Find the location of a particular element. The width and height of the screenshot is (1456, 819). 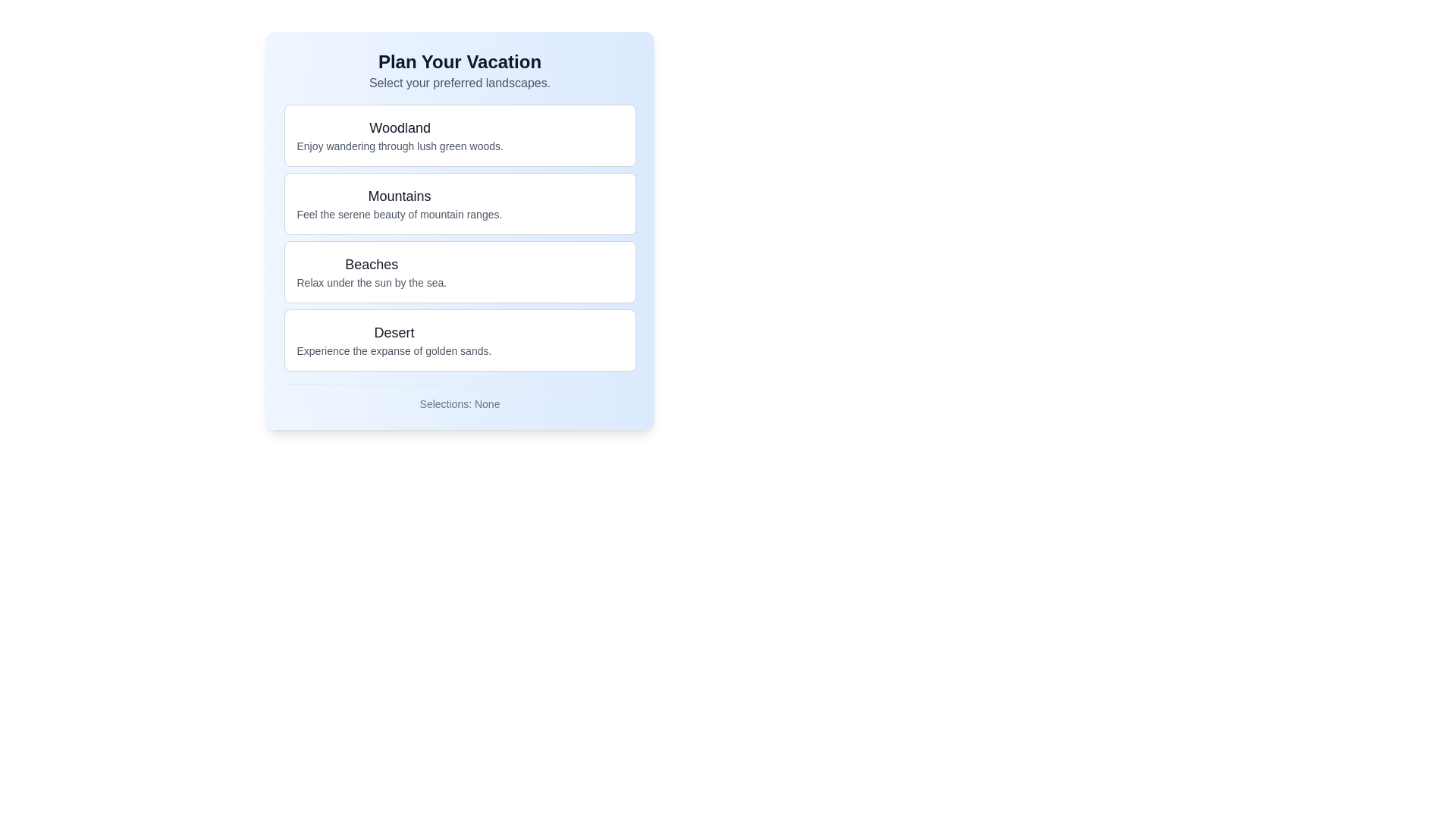

the text label reading 'Enjoy wandering through lush green woods.' which is styled in small gray font and positioned below the bold title 'Woodland' is located at coordinates (400, 146).